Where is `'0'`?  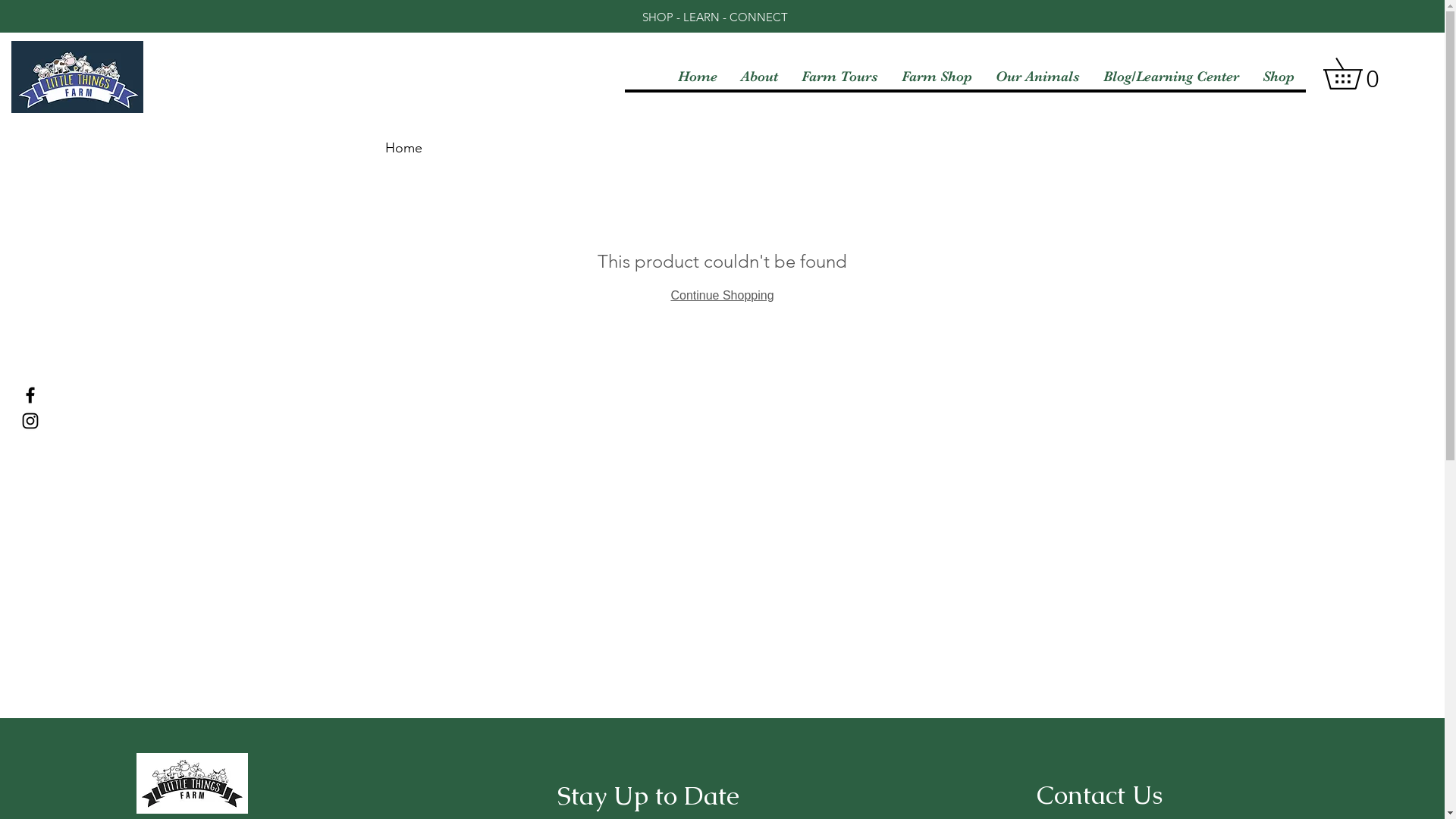
'0' is located at coordinates (1357, 73).